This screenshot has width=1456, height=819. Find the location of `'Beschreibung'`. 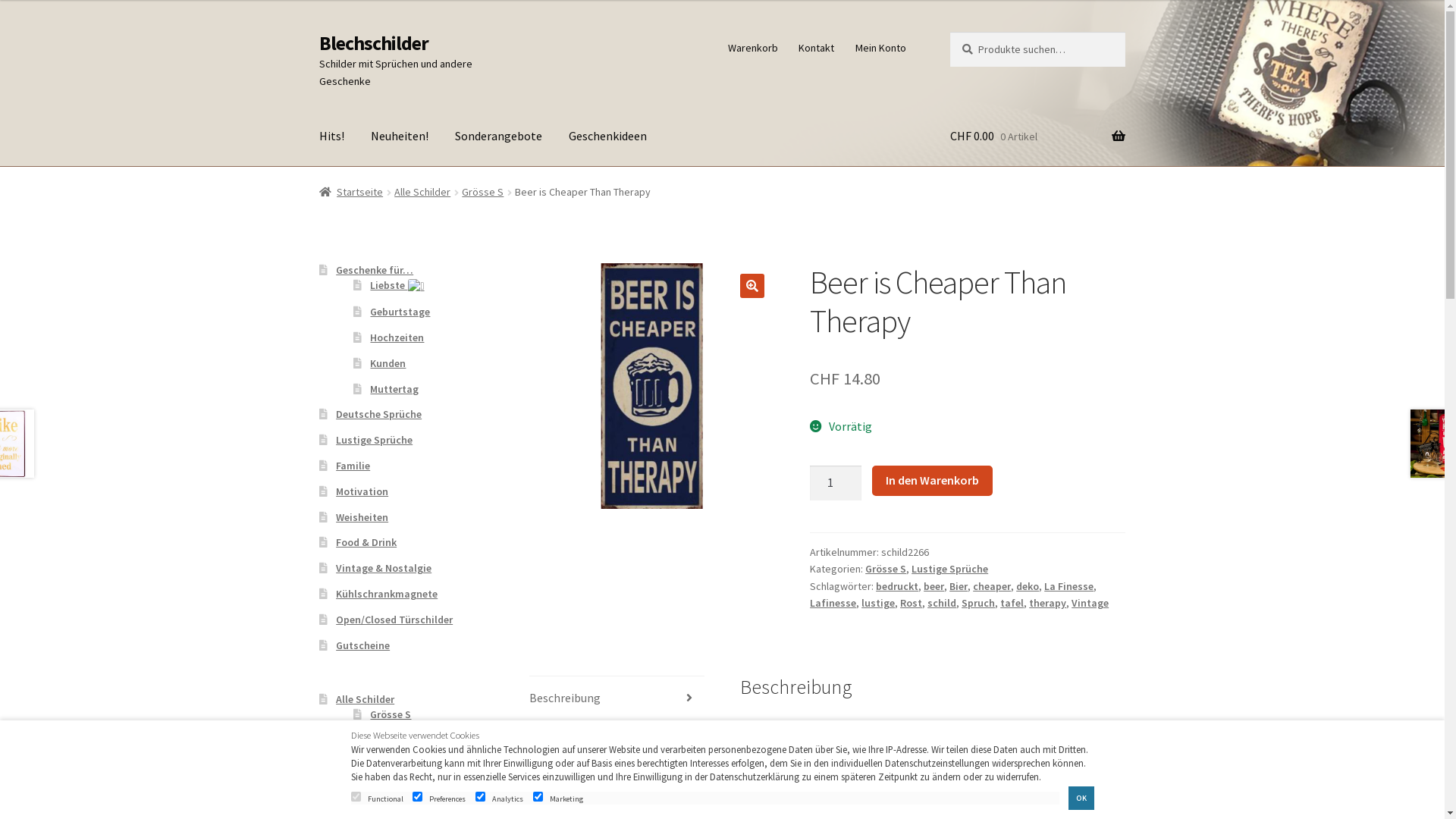

'Beschreibung' is located at coordinates (617, 698).